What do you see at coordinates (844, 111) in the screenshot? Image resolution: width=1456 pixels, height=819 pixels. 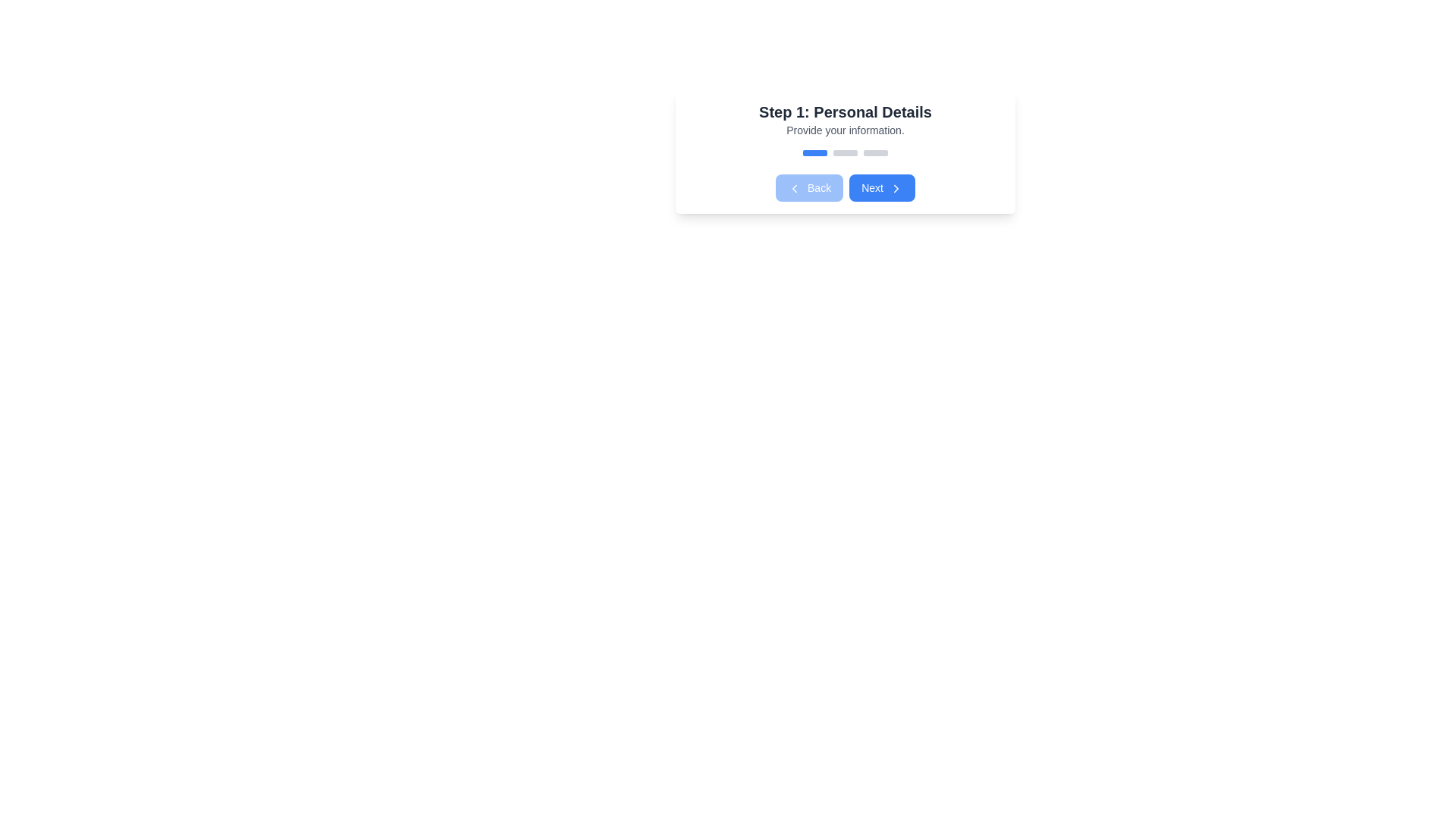 I see `the Text Header that indicates the section for 'Personal Details', positioned at the top center of the step indicator box above the text 'Provide your information'` at bounding box center [844, 111].